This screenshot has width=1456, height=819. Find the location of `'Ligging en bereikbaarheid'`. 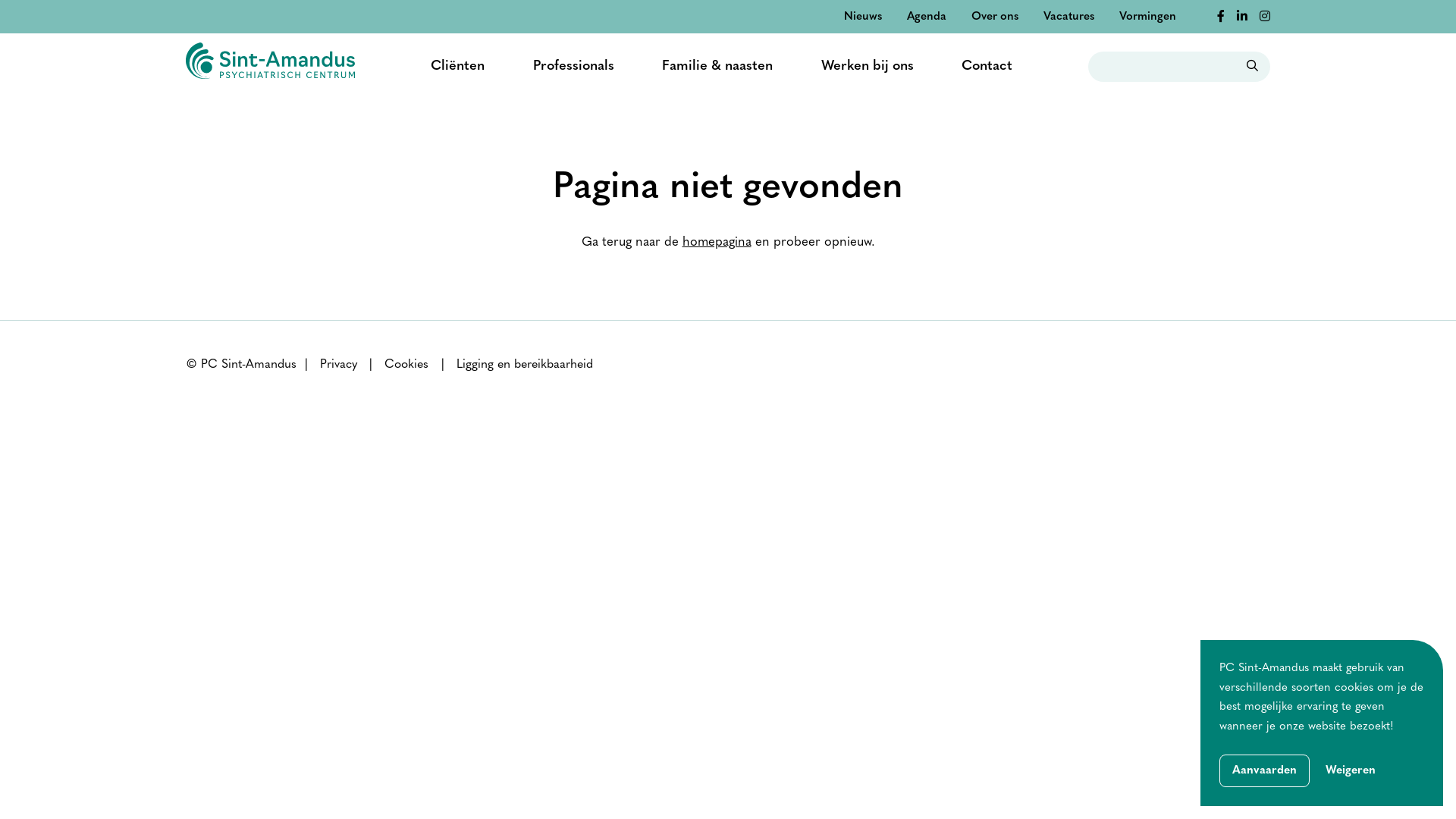

'Ligging en bereikbaarheid' is located at coordinates (524, 365).